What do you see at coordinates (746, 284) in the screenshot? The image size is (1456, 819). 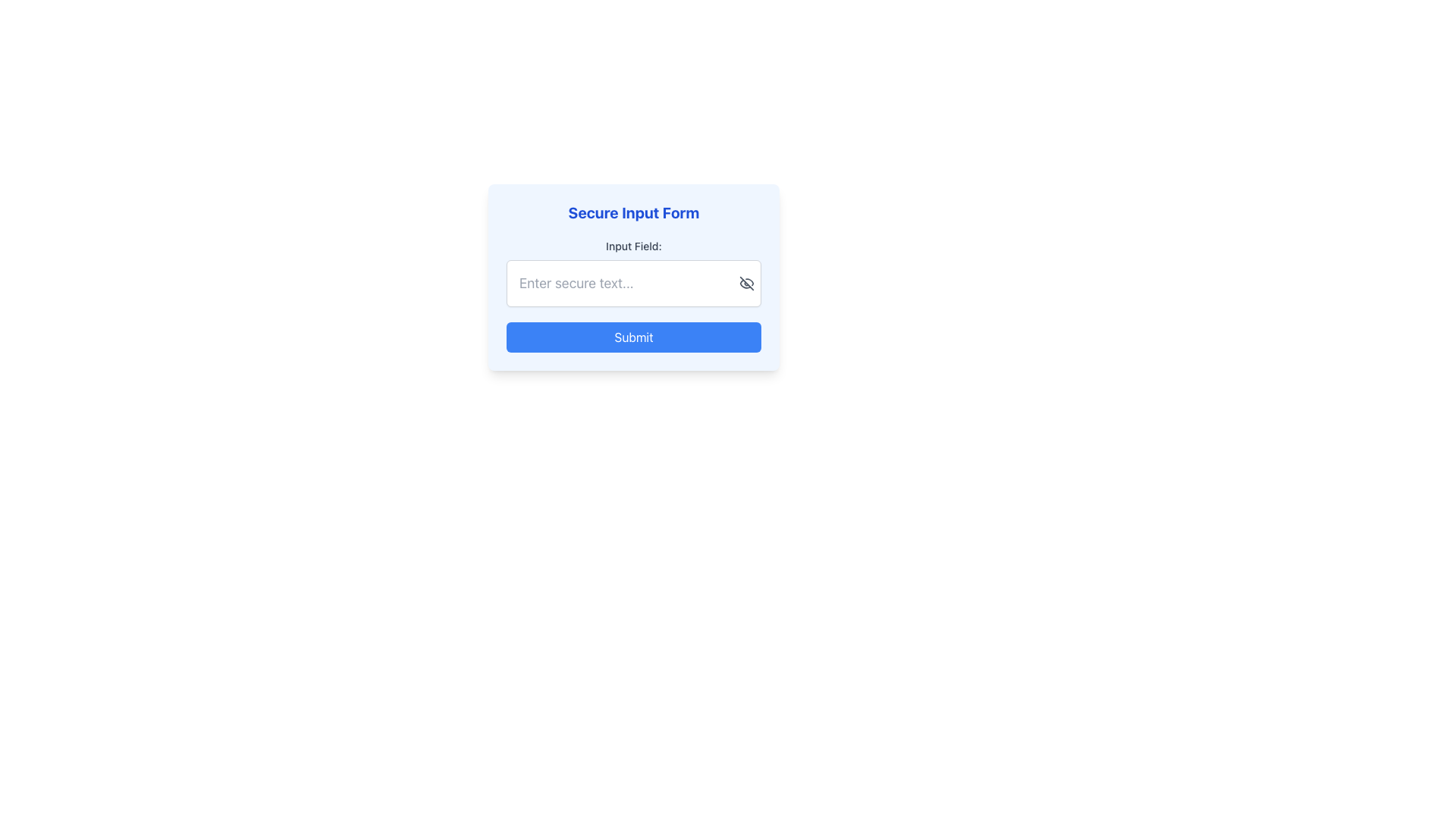 I see `the eye-shaped icon with a strikethrough` at bounding box center [746, 284].